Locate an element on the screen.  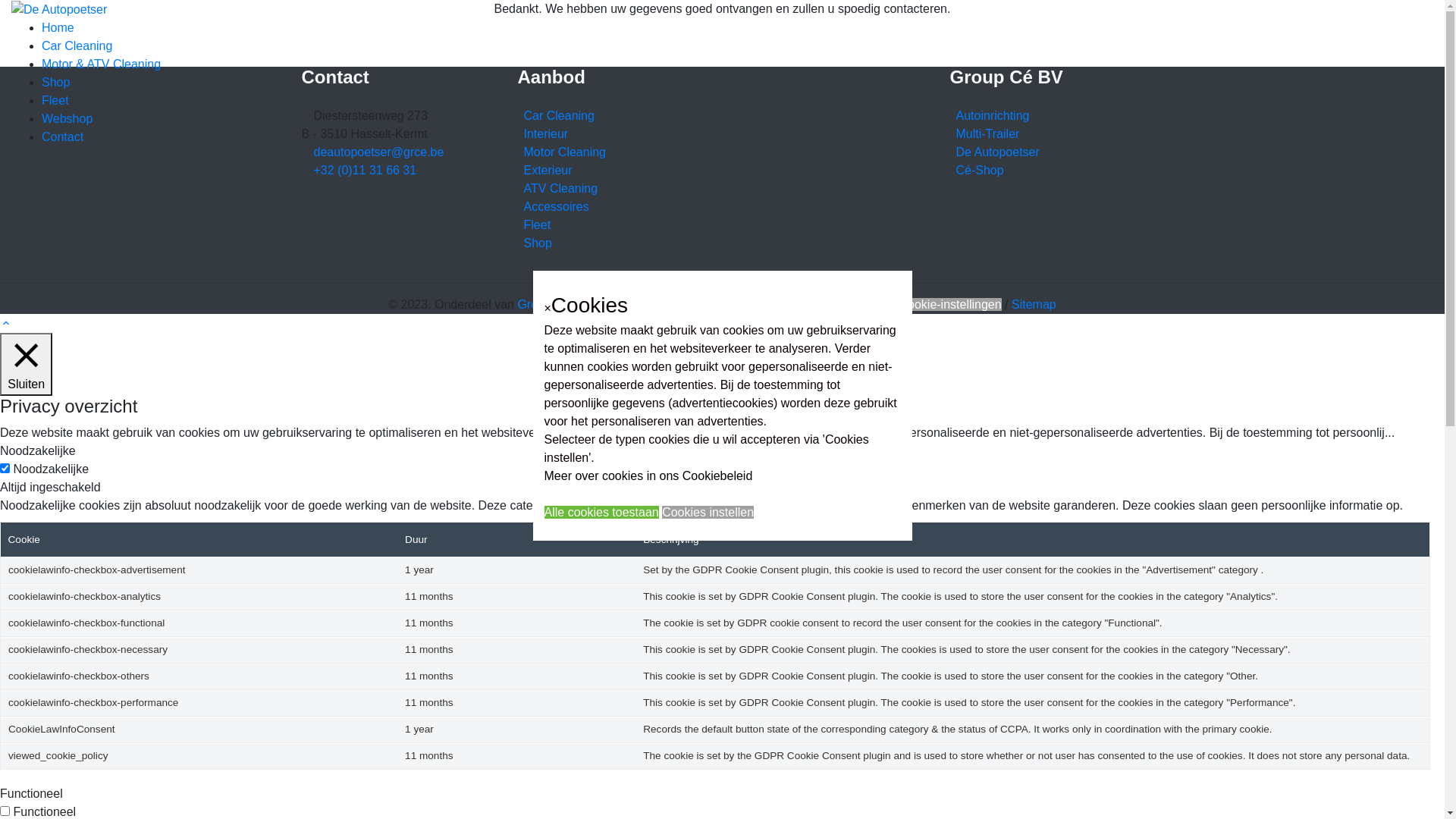
'Autoinrichting' is located at coordinates (989, 115).